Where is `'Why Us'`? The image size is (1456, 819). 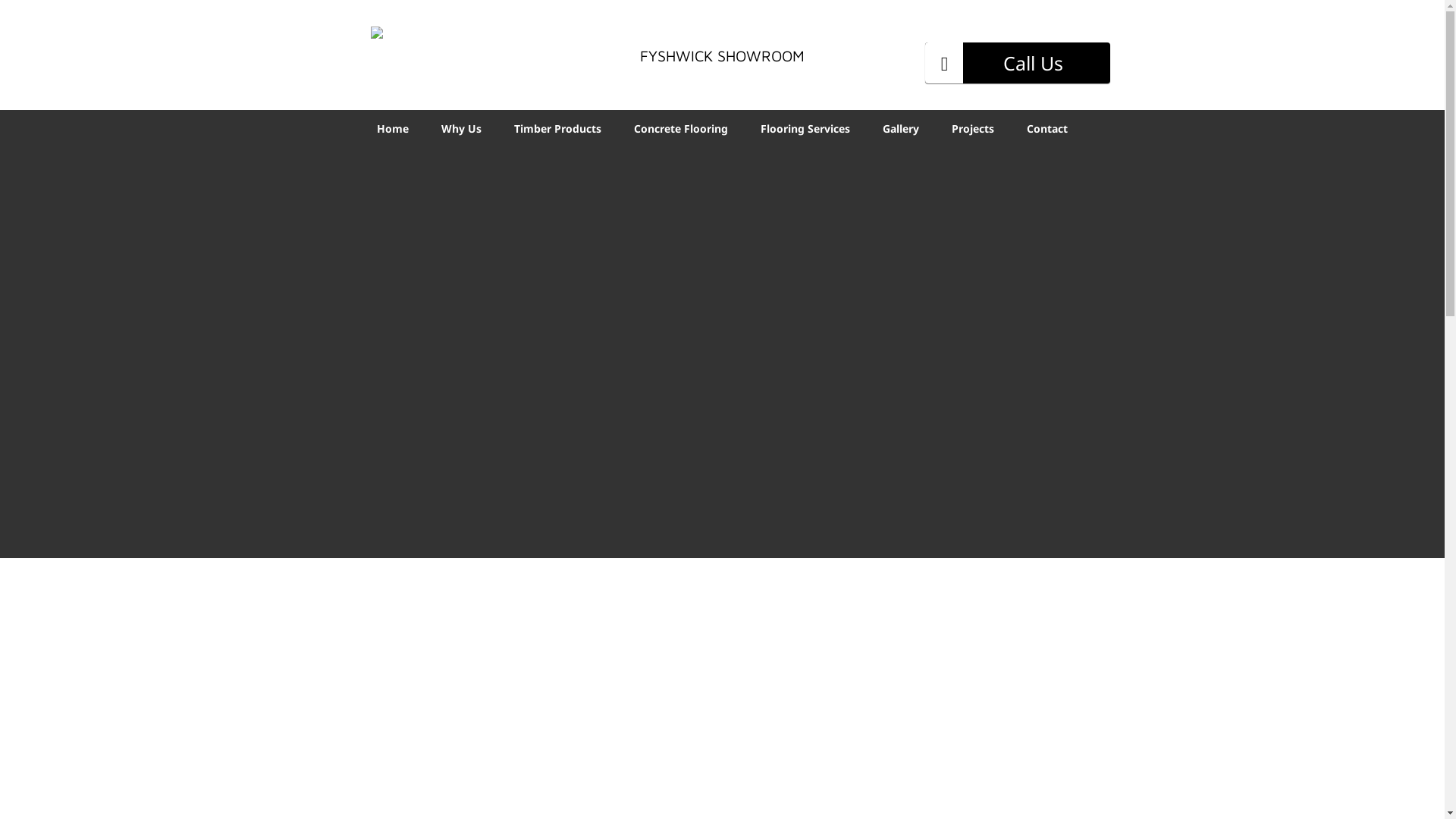 'Why Us' is located at coordinates (460, 127).